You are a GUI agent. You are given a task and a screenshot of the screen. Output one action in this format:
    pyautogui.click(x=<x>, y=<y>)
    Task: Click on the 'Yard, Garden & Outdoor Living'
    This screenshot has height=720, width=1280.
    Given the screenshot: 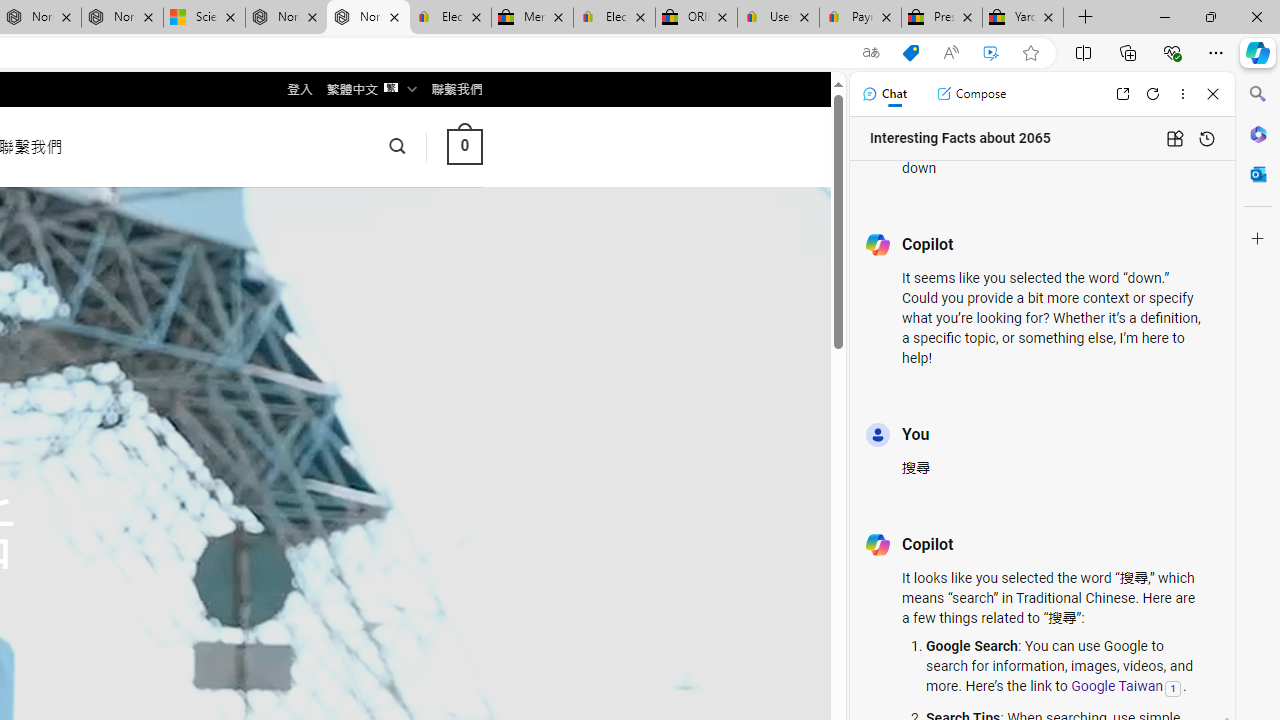 What is the action you would take?
    pyautogui.click(x=1023, y=17)
    